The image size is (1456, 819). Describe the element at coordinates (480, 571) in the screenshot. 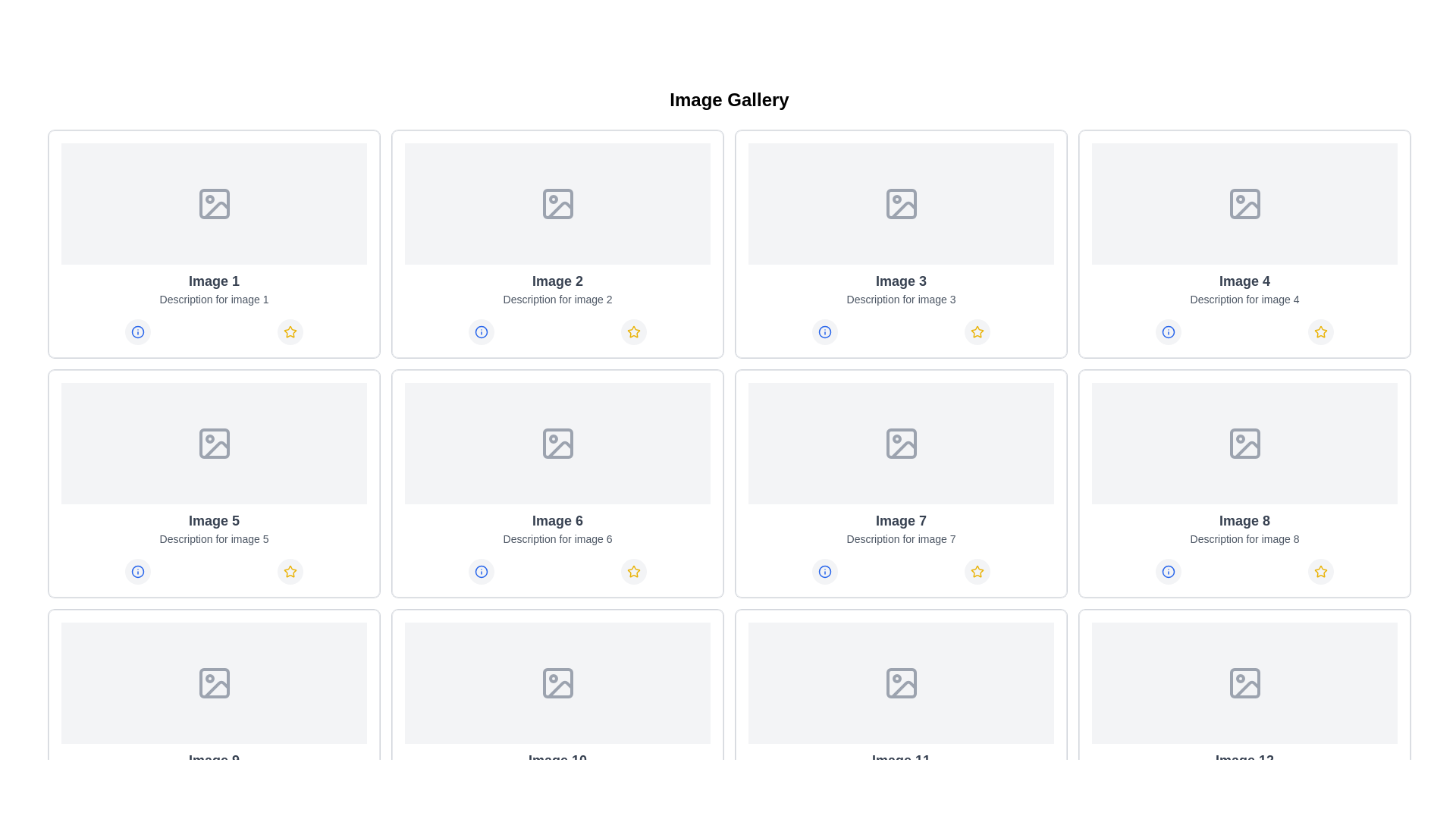

I see `the information button located in the sixth image card, which is positioned below 'Image 6' and to the left of the star button` at that location.